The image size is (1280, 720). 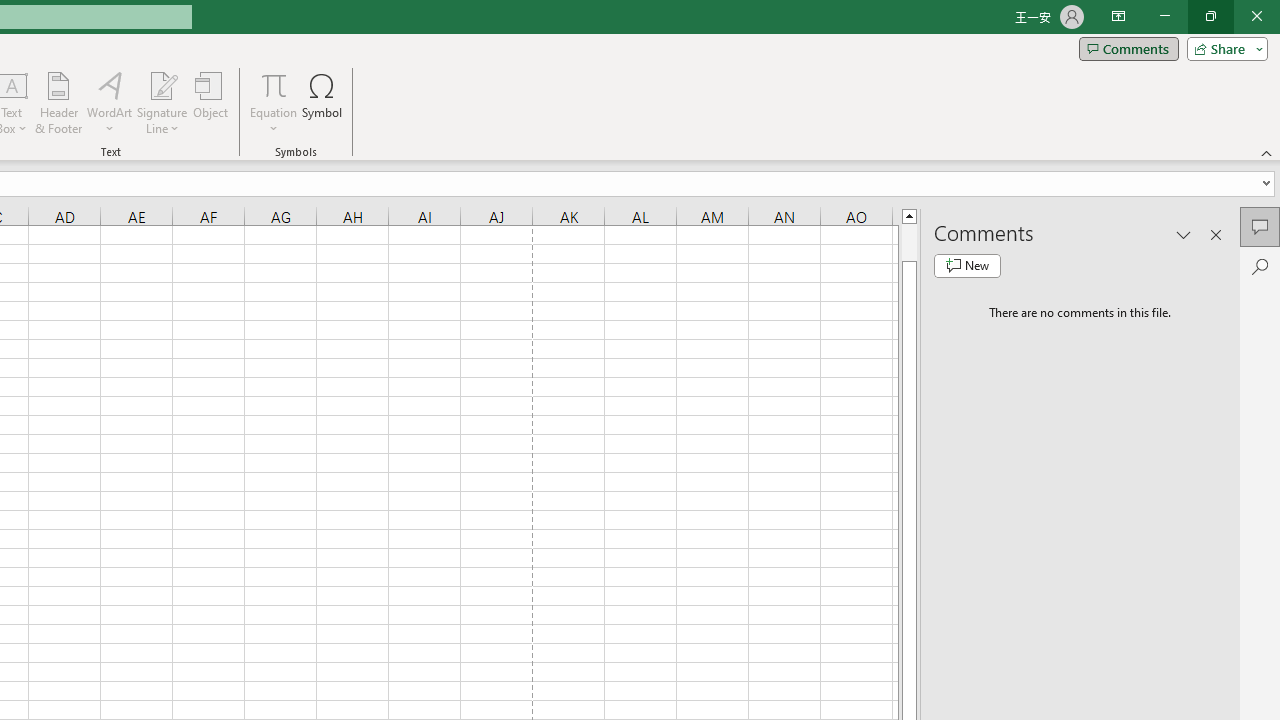 What do you see at coordinates (161, 103) in the screenshot?
I see `'Signature Line'` at bounding box center [161, 103].